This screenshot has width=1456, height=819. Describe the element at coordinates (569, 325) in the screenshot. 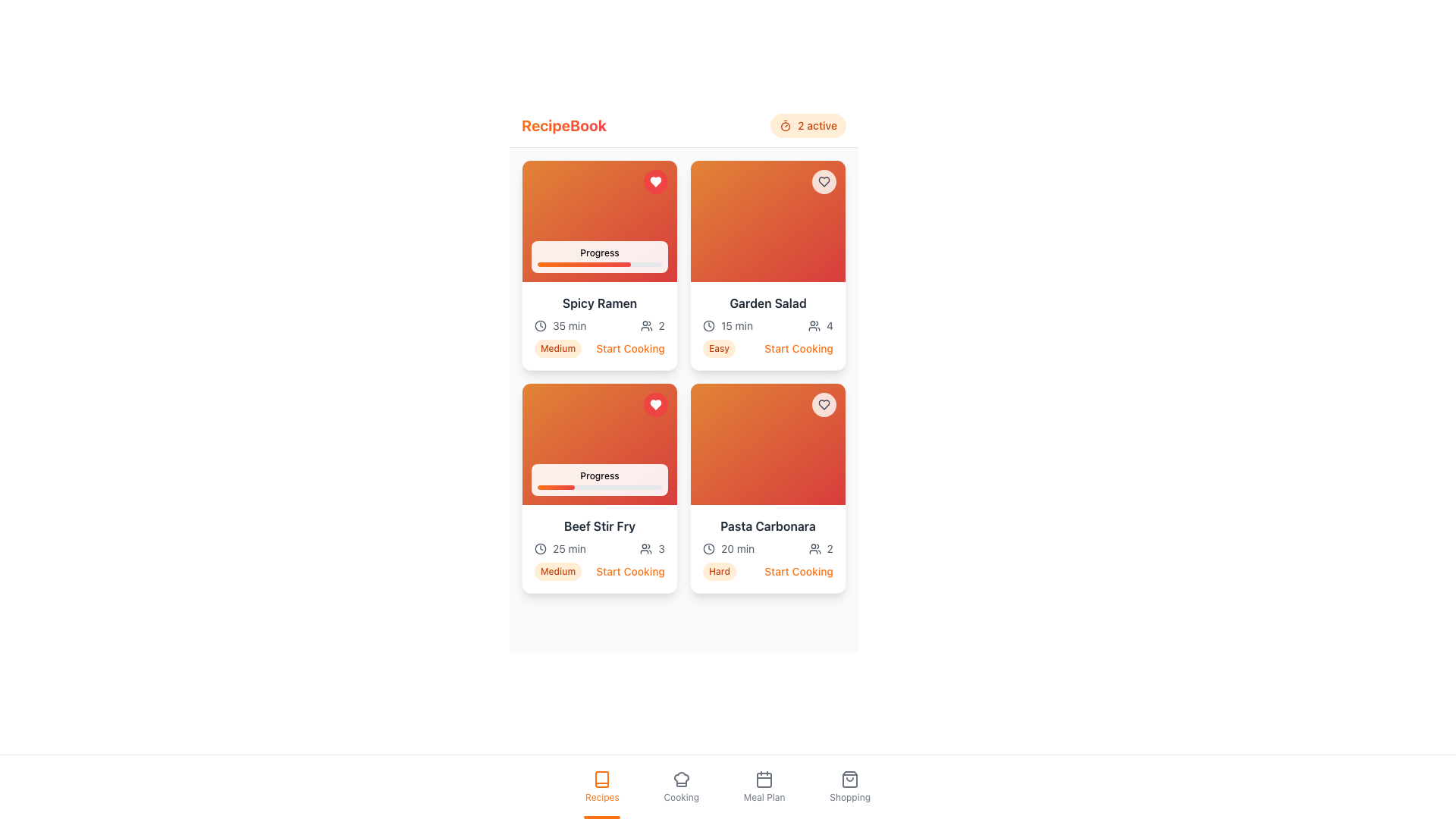

I see `the label that displays the estimated time for the recipe within the 'Spicy Ramen' card, located under the 'Progress' bar in a grid layout` at that location.